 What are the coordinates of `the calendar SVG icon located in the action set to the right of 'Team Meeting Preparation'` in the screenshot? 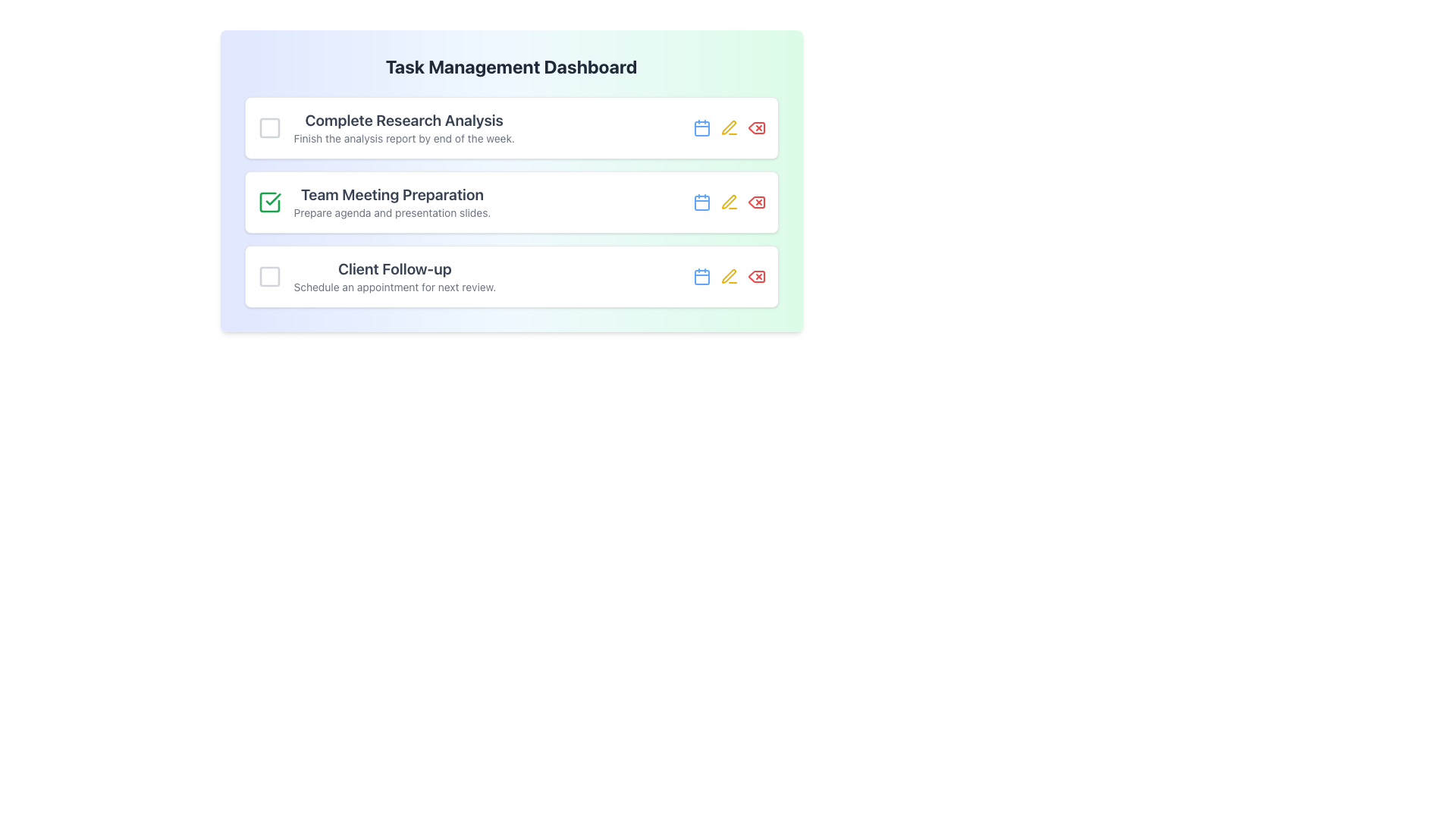 It's located at (701, 202).